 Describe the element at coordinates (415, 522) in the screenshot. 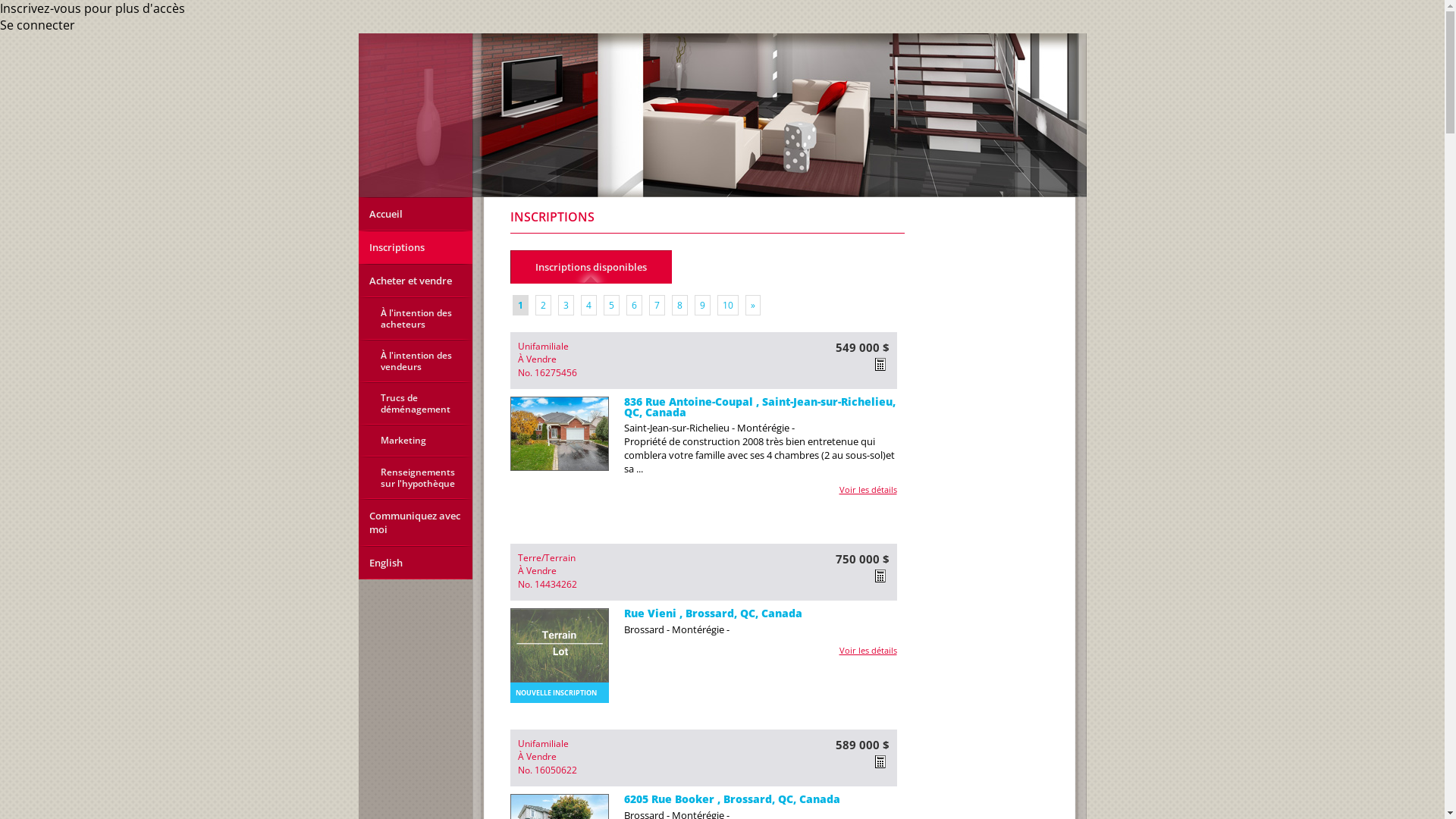

I see `'Communiquez avec moi'` at that location.